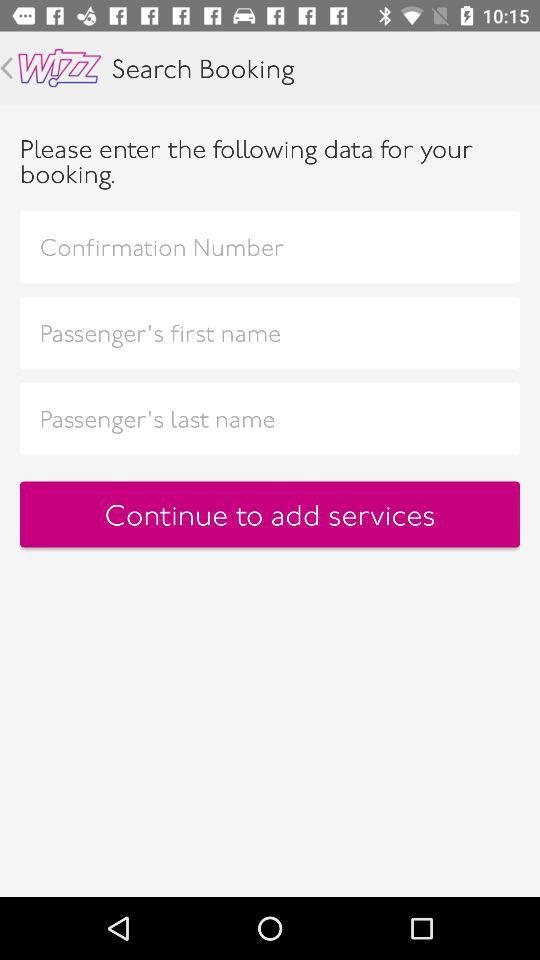  What do you see at coordinates (270, 332) in the screenshot?
I see `insert passenger 's first name` at bounding box center [270, 332].